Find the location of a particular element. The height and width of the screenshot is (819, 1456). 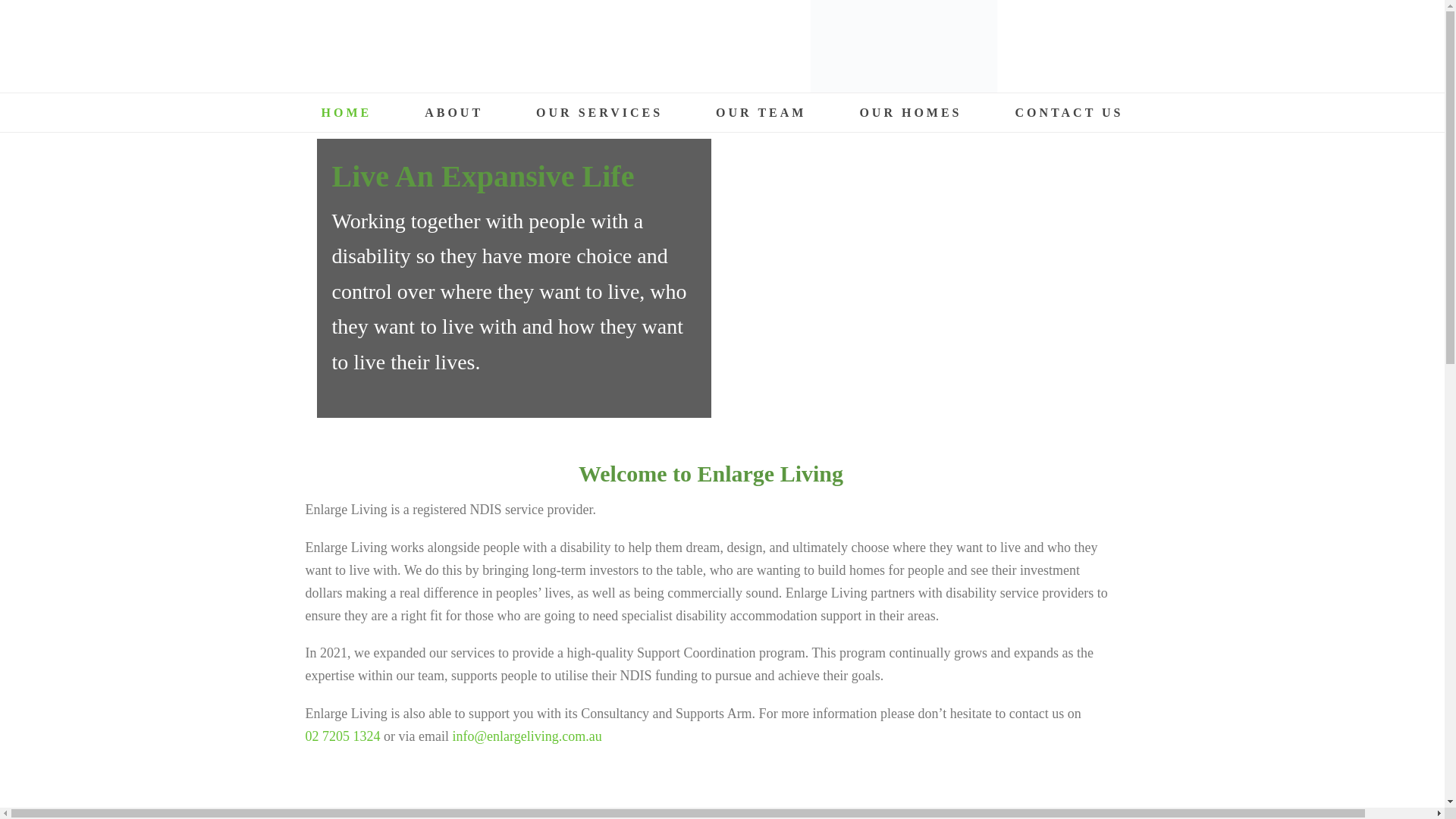

'OUR SERVICES' is located at coordinates (510, 111).